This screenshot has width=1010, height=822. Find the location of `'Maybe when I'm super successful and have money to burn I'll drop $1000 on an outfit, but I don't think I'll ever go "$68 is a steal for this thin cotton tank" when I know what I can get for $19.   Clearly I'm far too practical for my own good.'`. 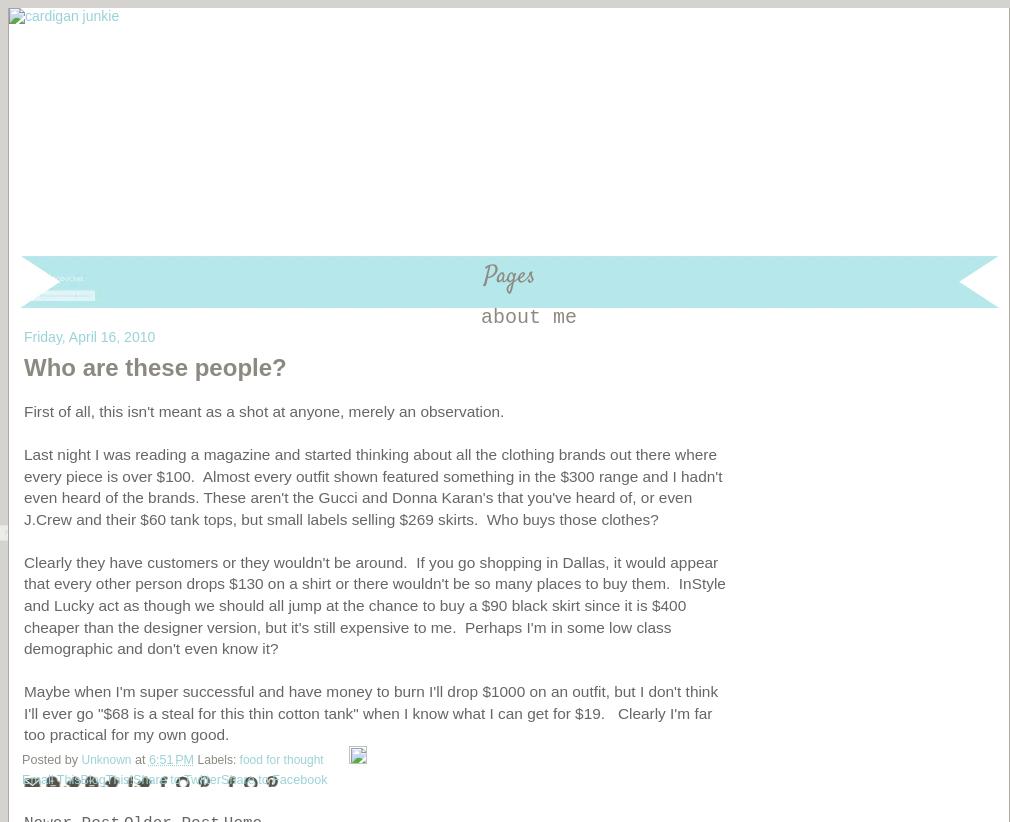

'Maybe when I'm super successful and have money to burn I'll drop $1000 on an outfit, but I don't think I'll ever go "$68 is a steal for this thin cotton tank" when I know what I can get for $19.   Clearly I'm far too practical for my own good.' is located at coordinates (23, 713).